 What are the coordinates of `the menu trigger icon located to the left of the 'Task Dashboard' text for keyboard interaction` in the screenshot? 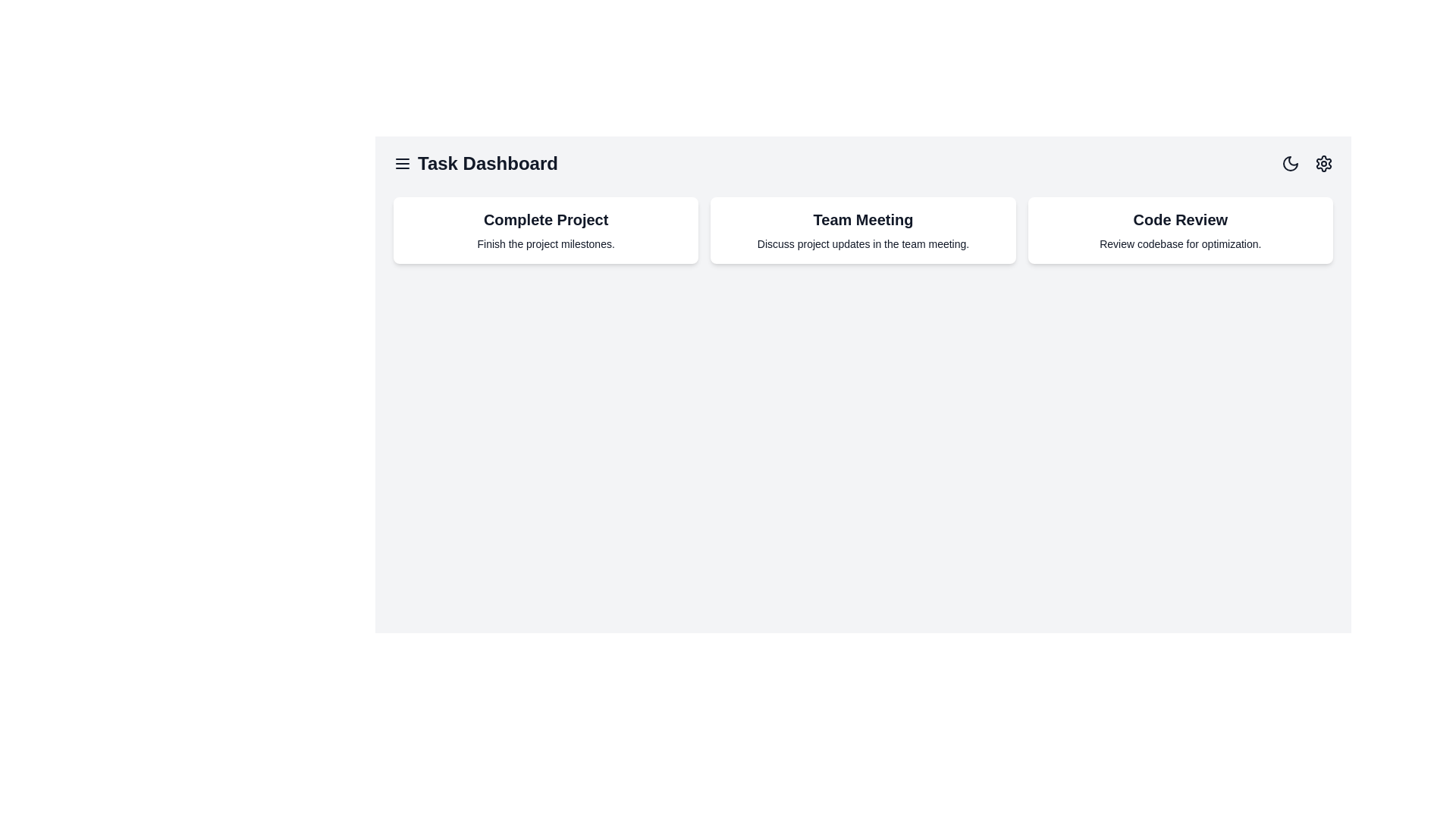 It's located at (403, 164).